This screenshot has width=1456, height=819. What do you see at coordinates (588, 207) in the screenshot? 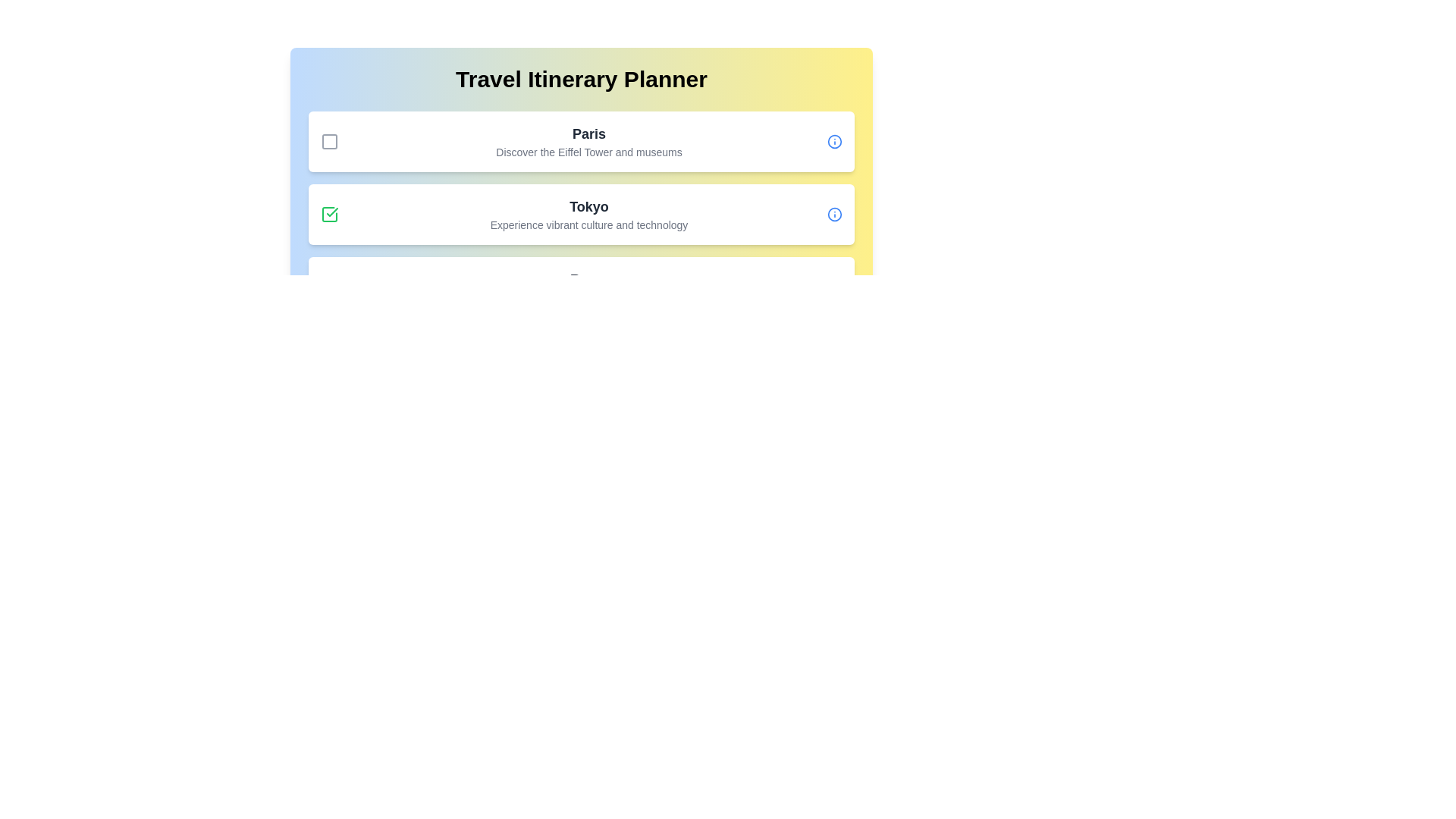
I see `the text label displaying 'Tokyo' from its current position` at bounding box center [588, 207].